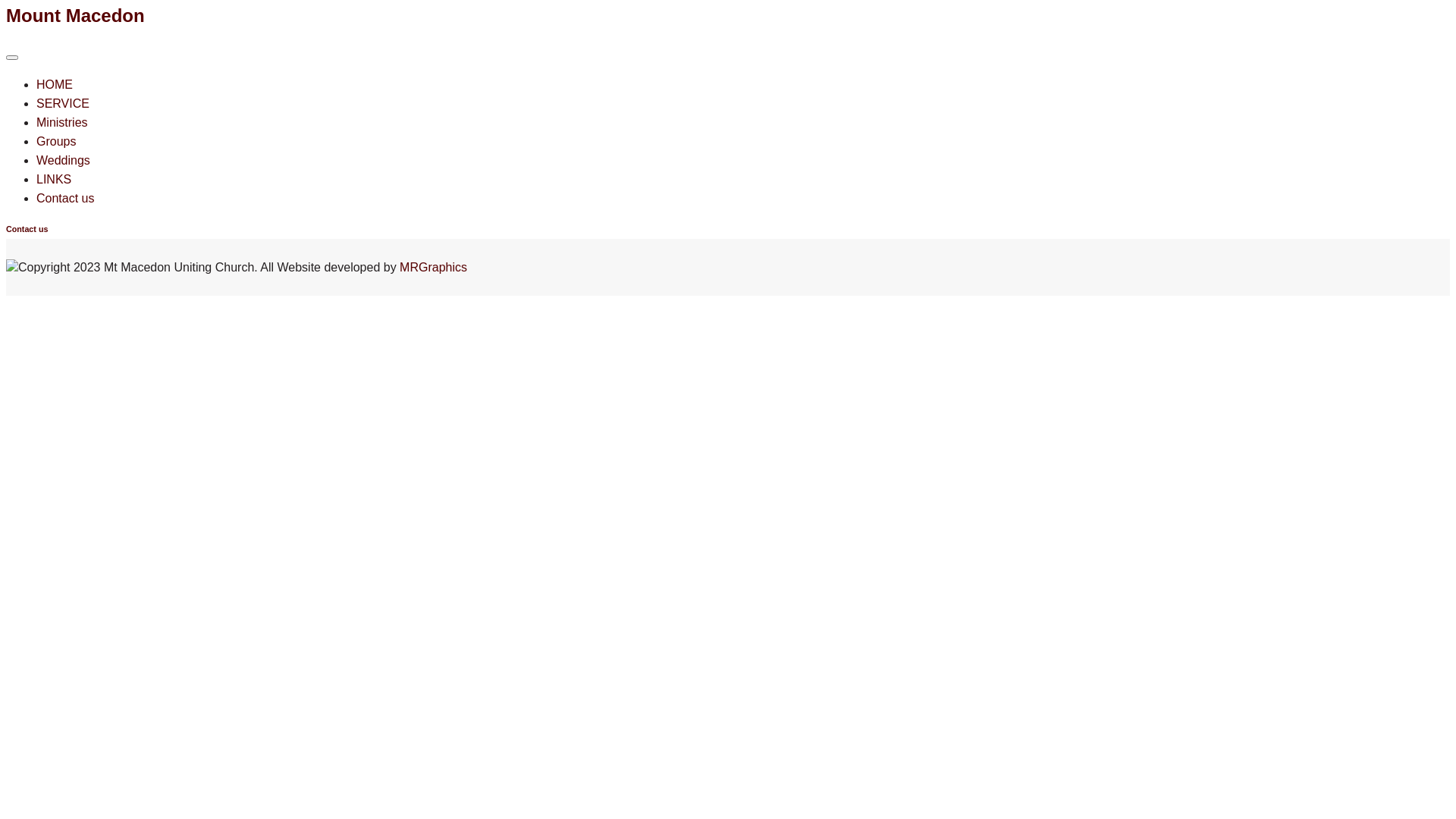 This screenshot has height=819, width=1456. What do you see at coordinates (55, 141) in the screenshot?
I see `'Groups'` at bounding box center [55, 141].